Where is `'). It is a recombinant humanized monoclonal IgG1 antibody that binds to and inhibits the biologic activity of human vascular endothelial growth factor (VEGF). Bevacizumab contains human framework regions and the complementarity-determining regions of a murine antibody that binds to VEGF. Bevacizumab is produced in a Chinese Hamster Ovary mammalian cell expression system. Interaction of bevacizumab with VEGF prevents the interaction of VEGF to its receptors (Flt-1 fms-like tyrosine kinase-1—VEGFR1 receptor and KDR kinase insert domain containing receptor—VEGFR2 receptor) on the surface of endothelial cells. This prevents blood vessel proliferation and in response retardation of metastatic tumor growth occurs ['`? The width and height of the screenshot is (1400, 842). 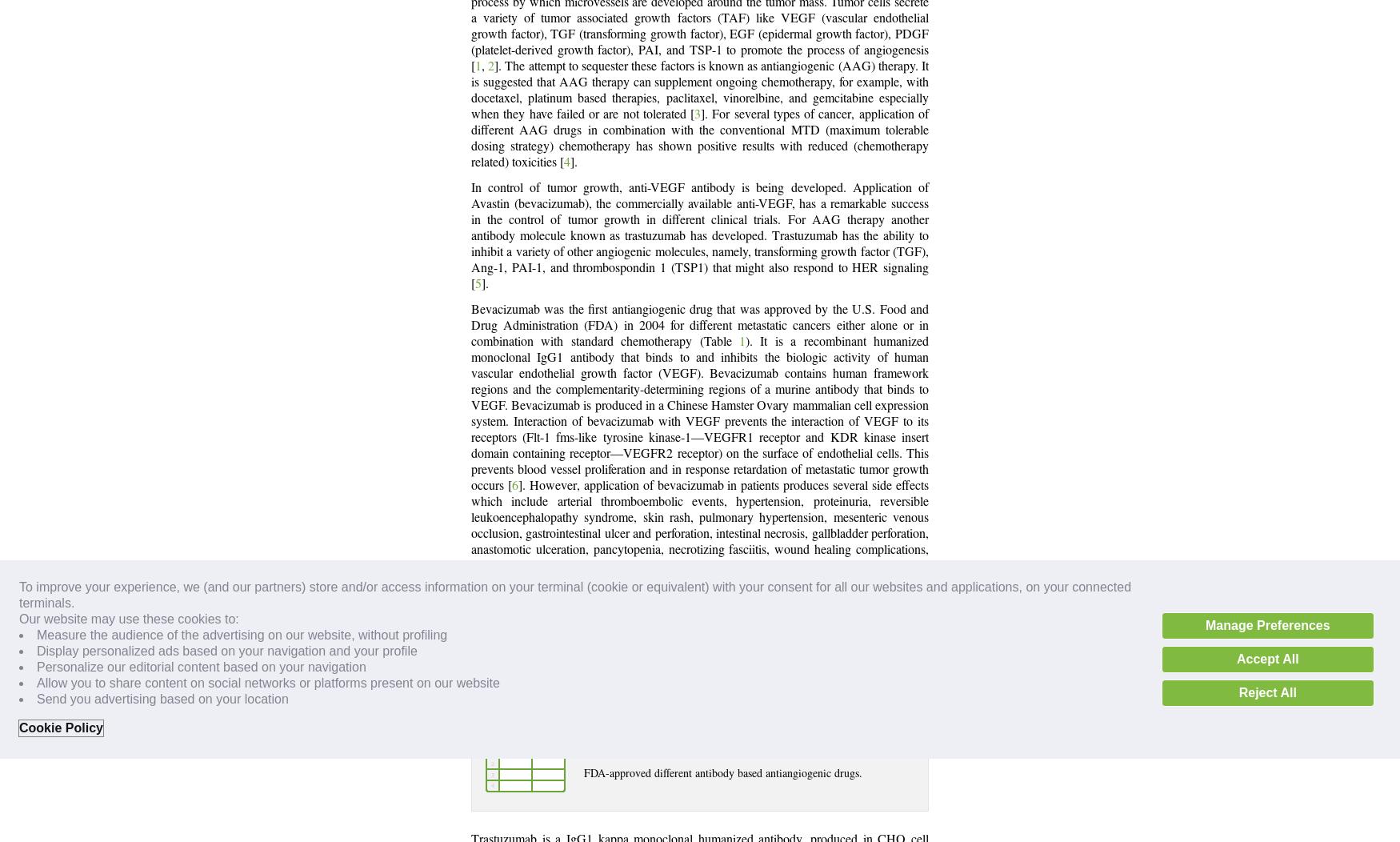 '). It is a recombinant humanized monoclonal IgG1 antibody that binds to and inhibits the biologic activity of human vascular endothelial growth factor (VEGF). Bevacizumab contains human framework regions and the complementarity-determining regions of a murine antibody that binds to VEGF. Bevacizumab is produced in a Chinese Hamster Ovary mammalian cell expression system. Interaction of bevacizumab with VEGF prevents the interaction of VEGF to its receptors (Flt-1 fms-like tyrosine kinase-1—VEGFR1 receptor and KDR kinase insert domain containing receptor—VEGFR2 receptor) on the surface of endothelial cells. This prevents blood vessel proliferation and in response retardation of metastatic tumor growth occurs [' is located at coordinates (700, 412).